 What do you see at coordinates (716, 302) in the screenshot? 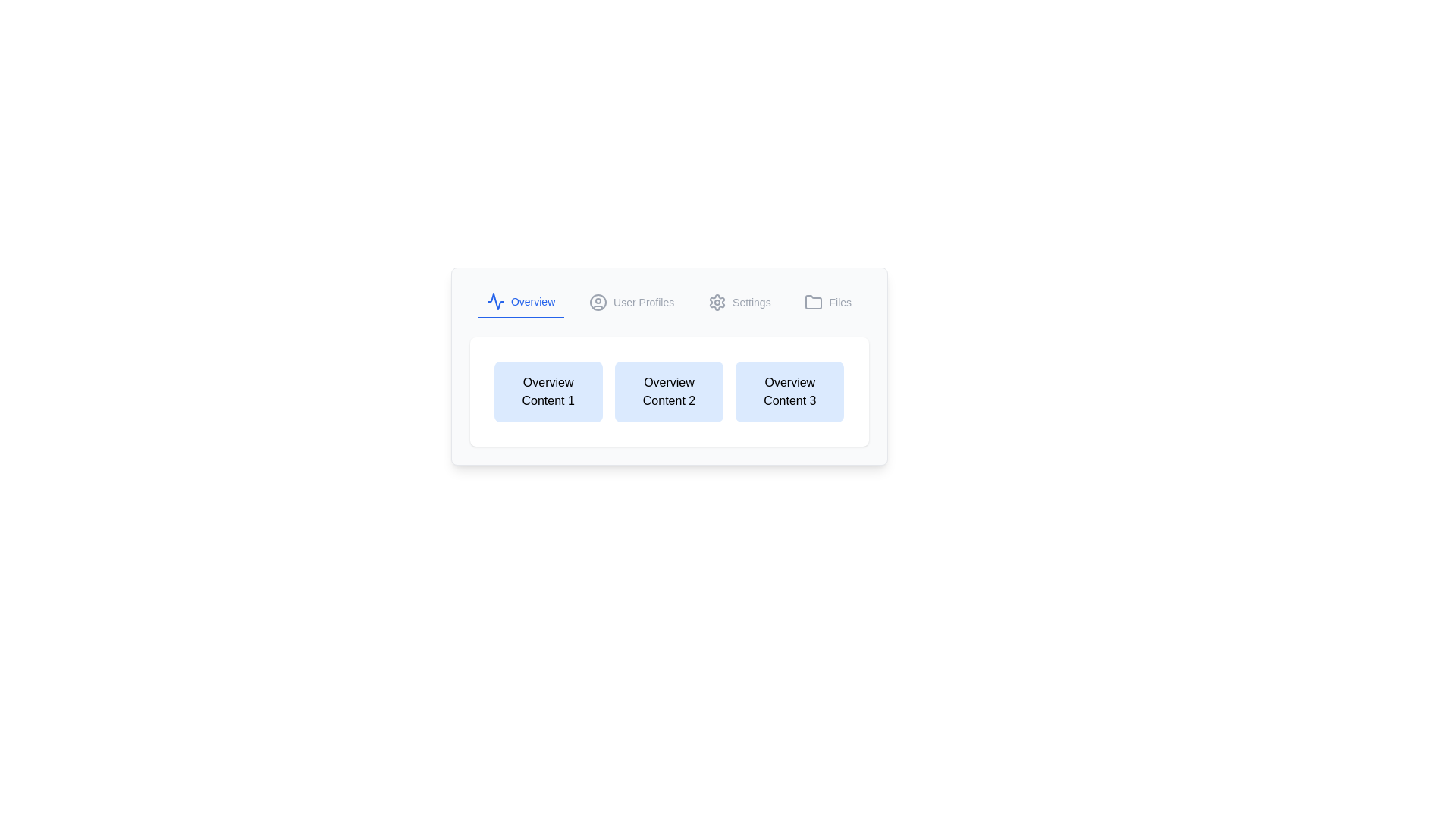
I see `the gear-like icon in the horizontal navigation bar, located between the 'User Profiles' icon and the 'Files' icon` at bounding box center [716, 302].